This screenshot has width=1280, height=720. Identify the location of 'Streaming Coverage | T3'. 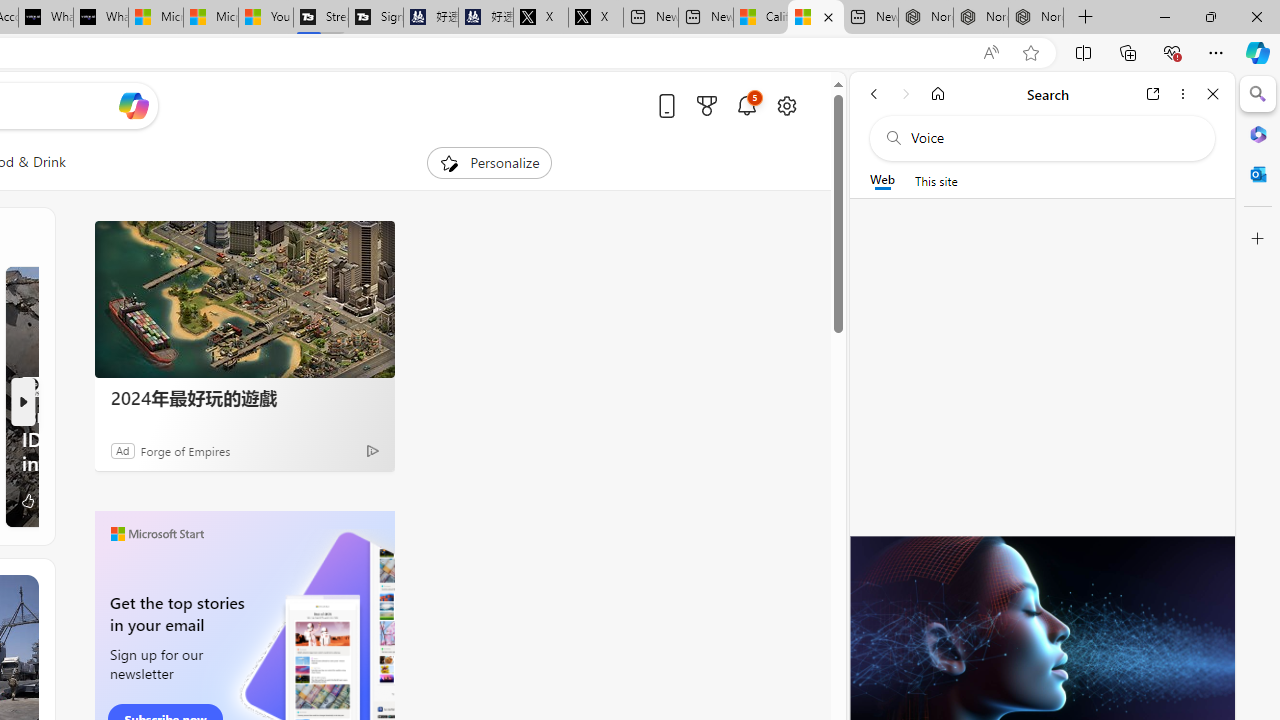
(321, 17).